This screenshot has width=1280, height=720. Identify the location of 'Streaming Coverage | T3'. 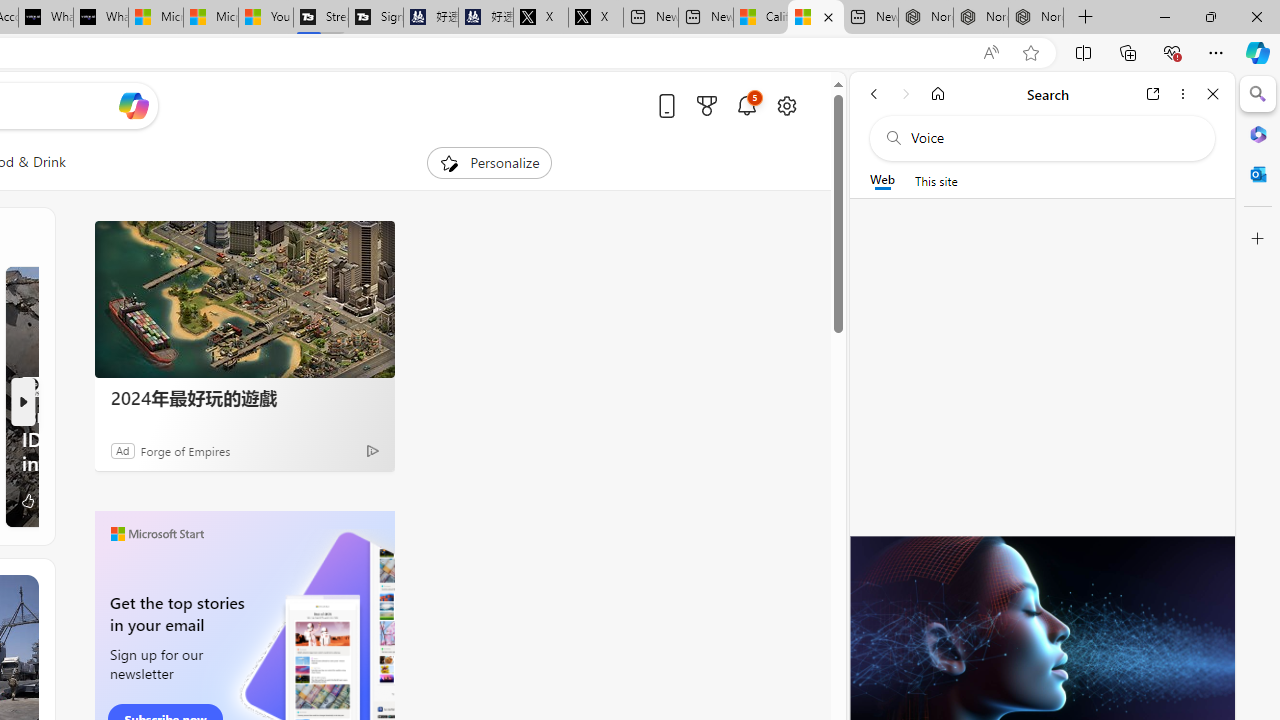
(321, 17).